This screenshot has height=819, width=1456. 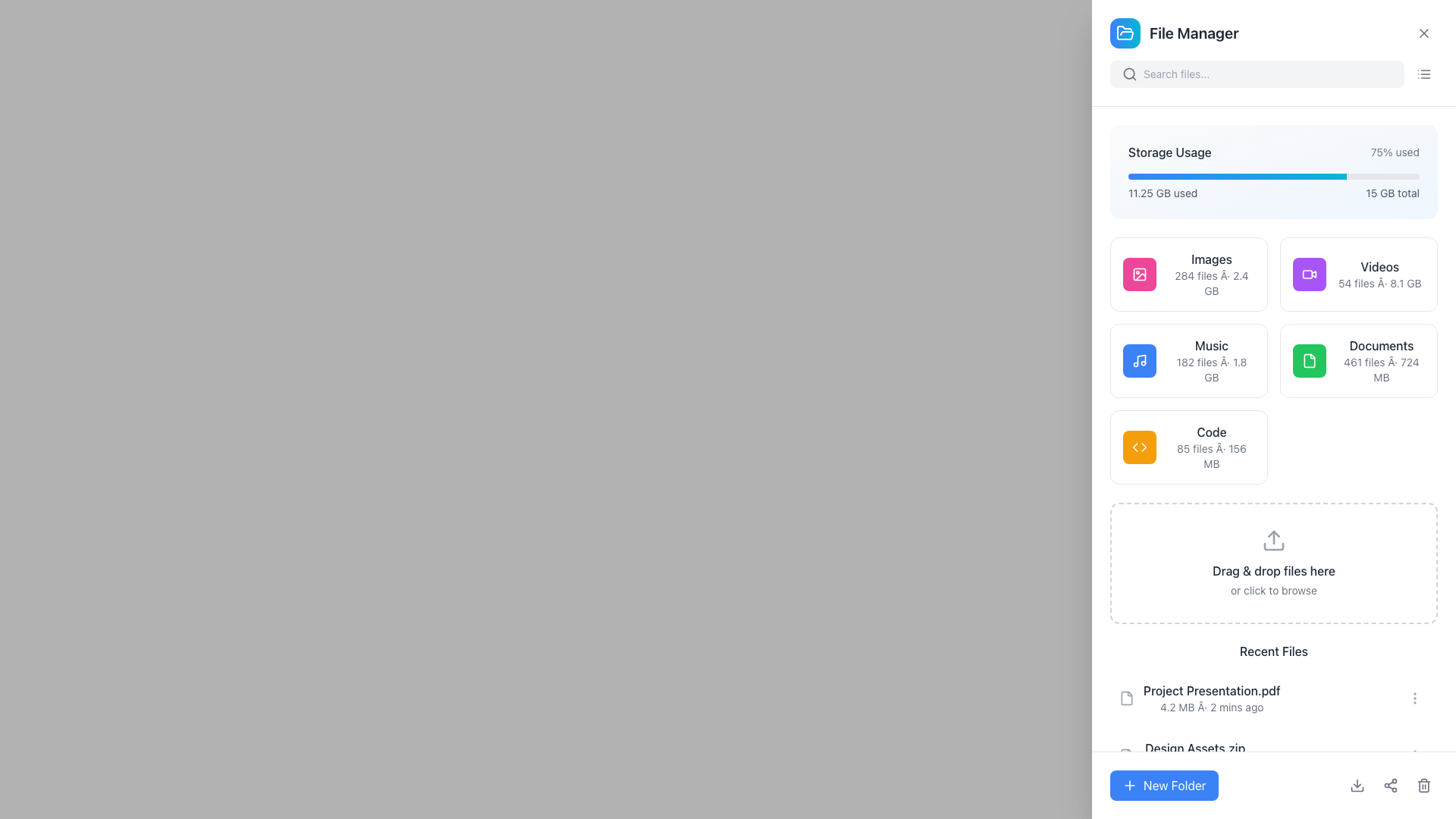 What do you see at coordinates (1423, 33) in the screenshot?
I see `the 'X' icon button located in the top right corner of the File Manager interface, which closes or dismisses the current window` at bounding box center [1423, 33].